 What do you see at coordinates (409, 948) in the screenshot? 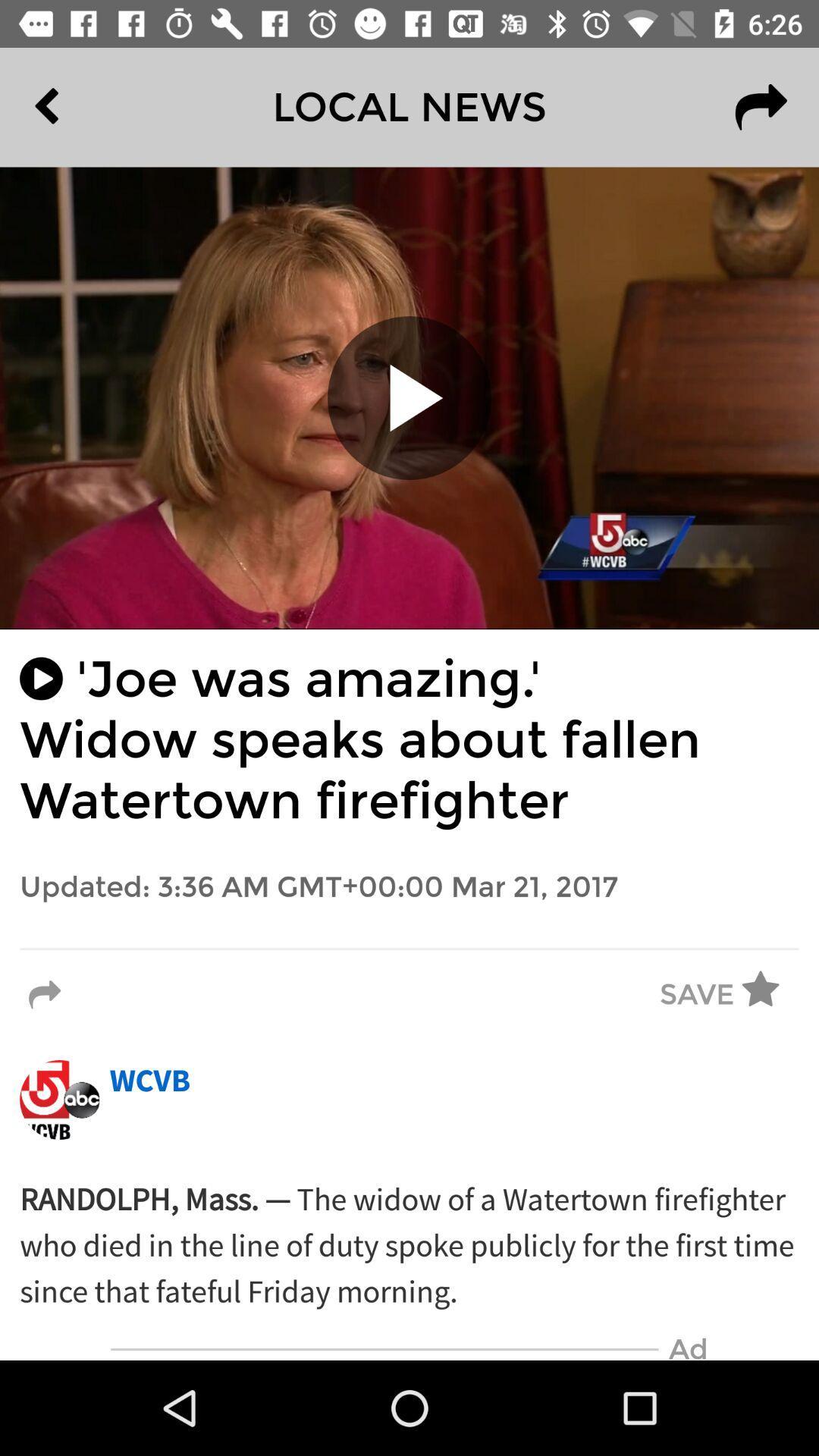
I see `the icon below updated 3 36 icon` at bounding box center [409, 948].